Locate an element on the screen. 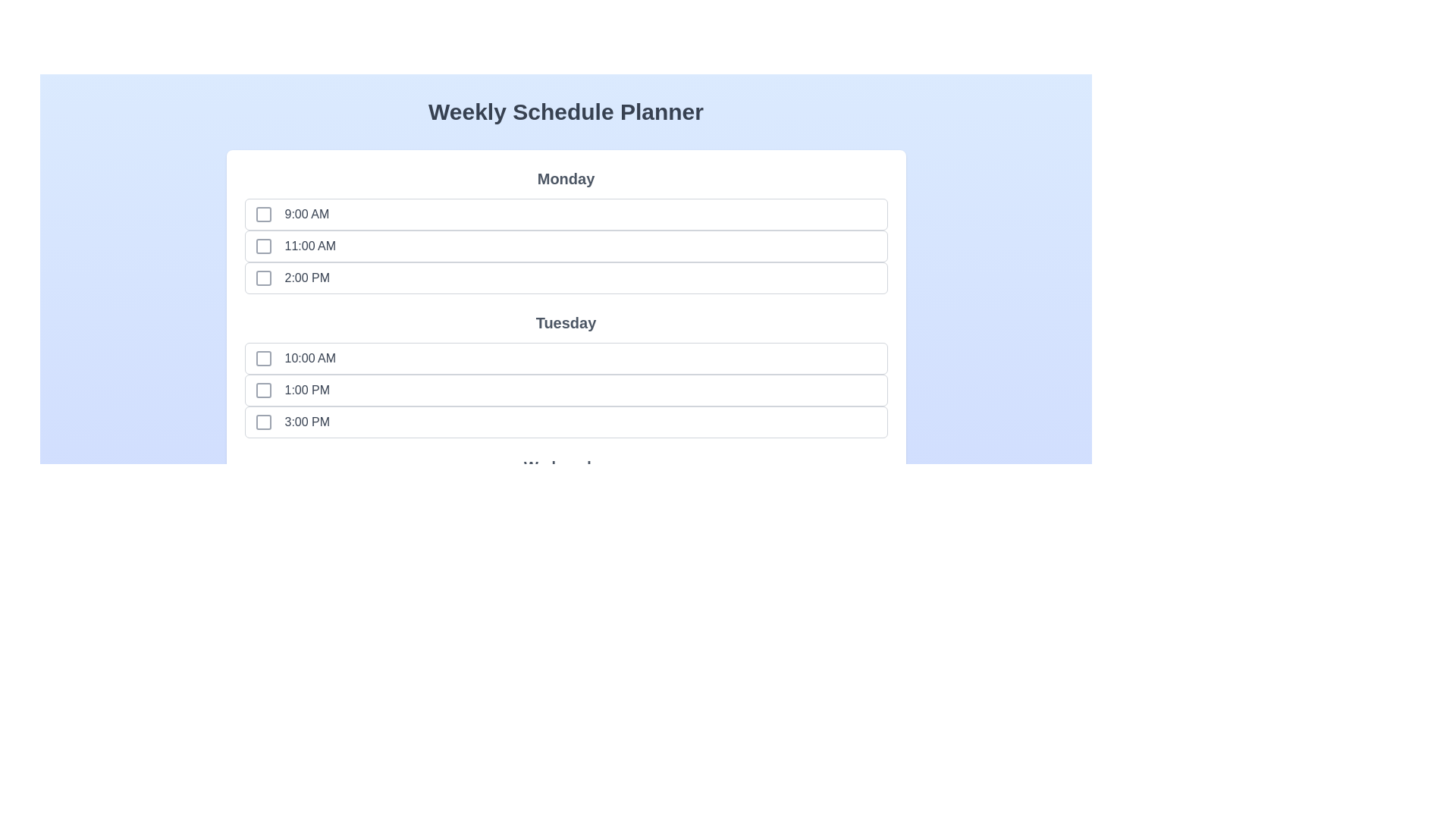 The width and height of the screenshot is (1456, 819). the time slot Tuesday at 10:00 AM is located at coordinates (263, 359).